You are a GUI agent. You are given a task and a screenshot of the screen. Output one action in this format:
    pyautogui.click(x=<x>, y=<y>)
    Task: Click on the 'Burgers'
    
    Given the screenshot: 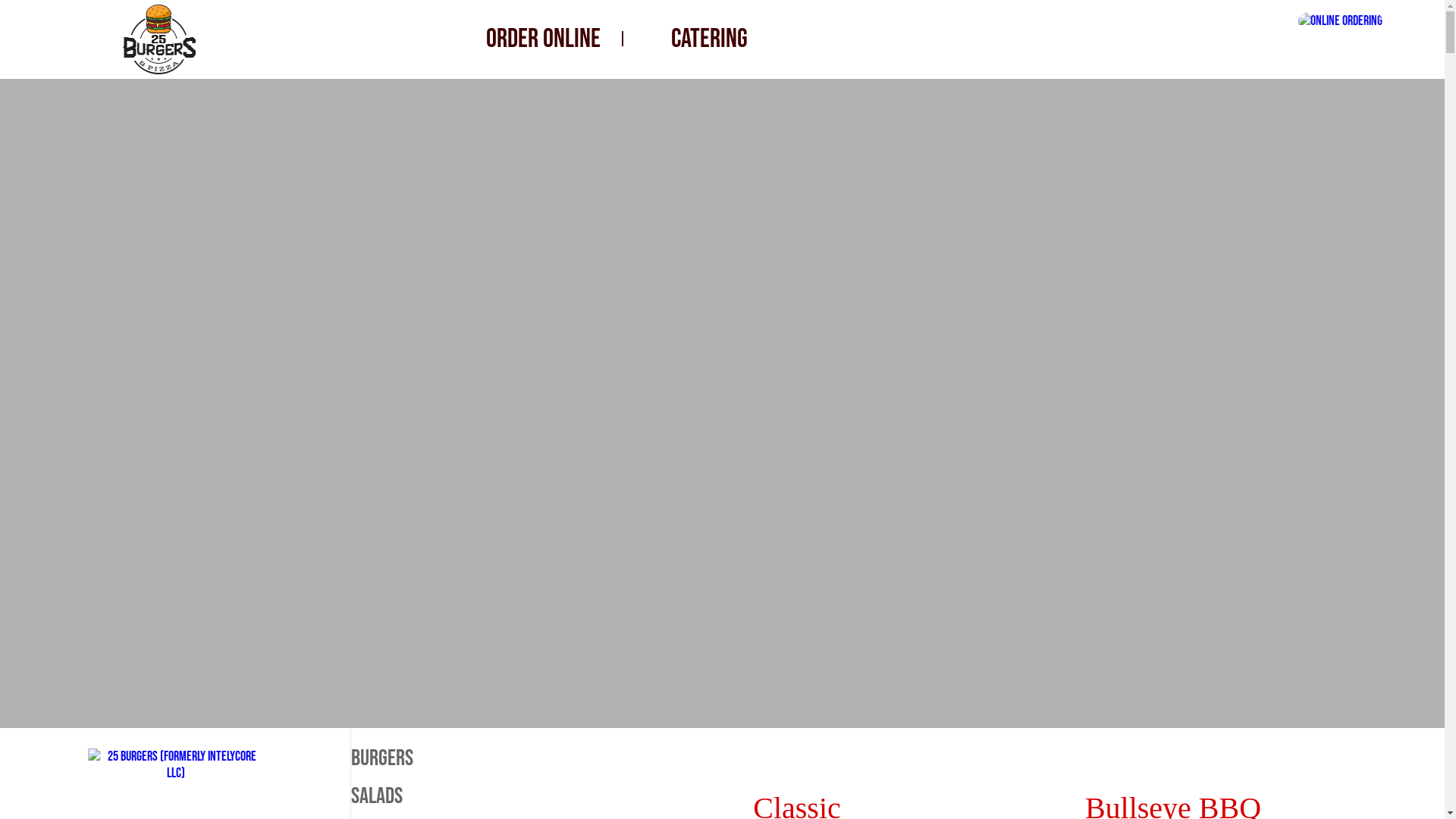 What is the action you would take?
    pyautogui.click(x=437, y=758)
    